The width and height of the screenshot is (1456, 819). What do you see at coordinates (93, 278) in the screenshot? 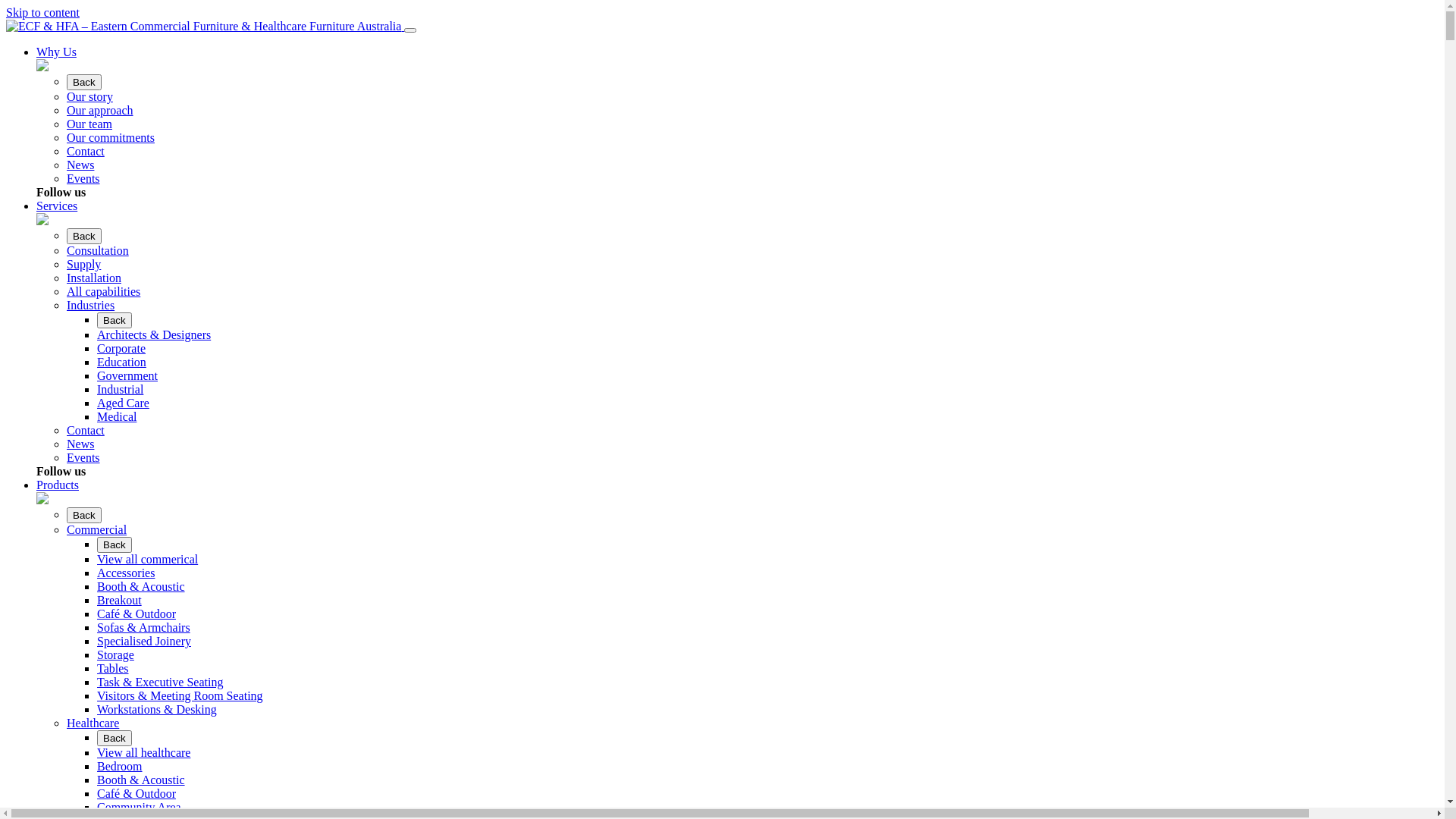
I see `'Installation'` at bounding box center [93, 278].